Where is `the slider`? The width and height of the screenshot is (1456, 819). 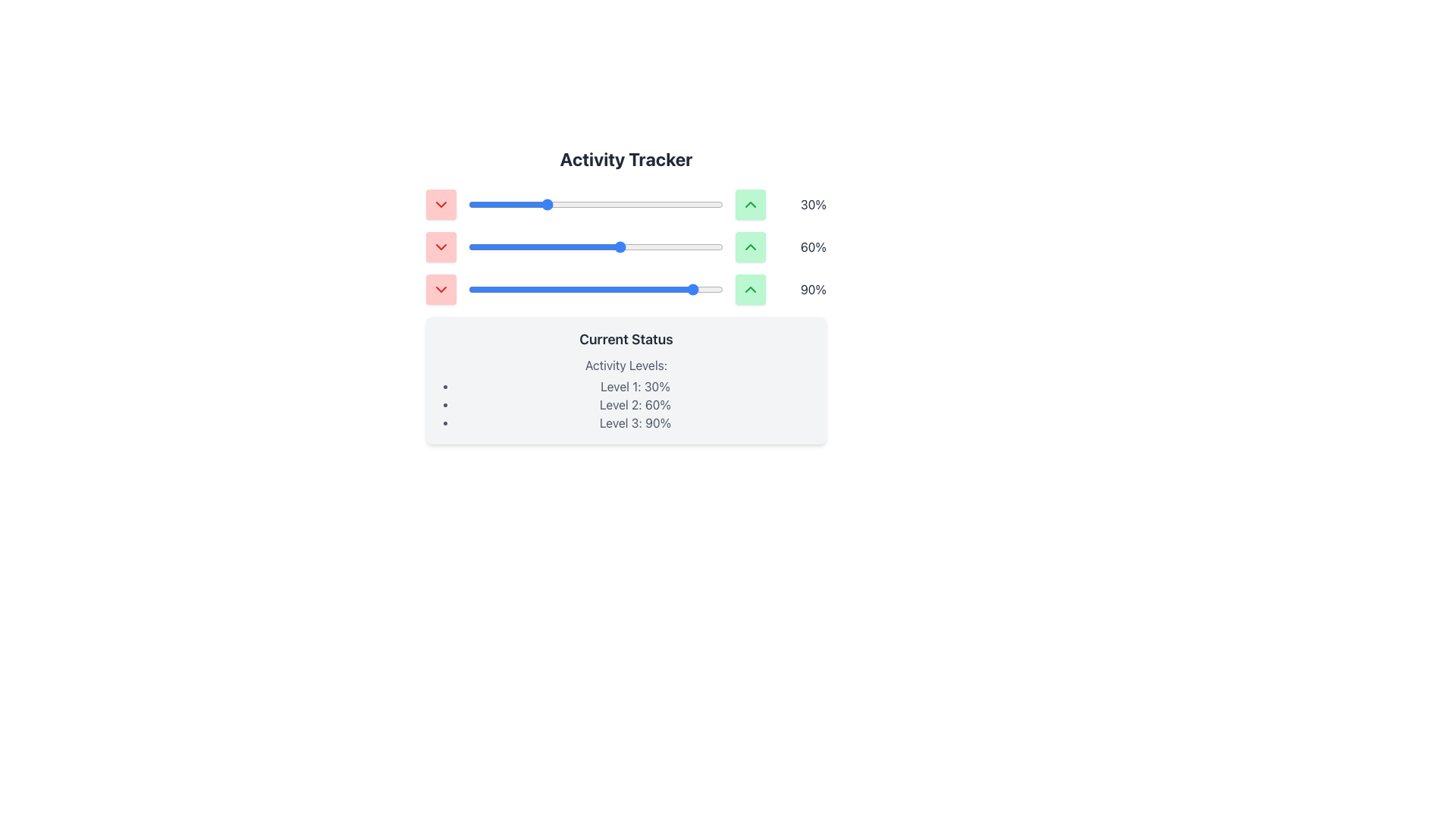 the slider is located at coordinates (516, 289).